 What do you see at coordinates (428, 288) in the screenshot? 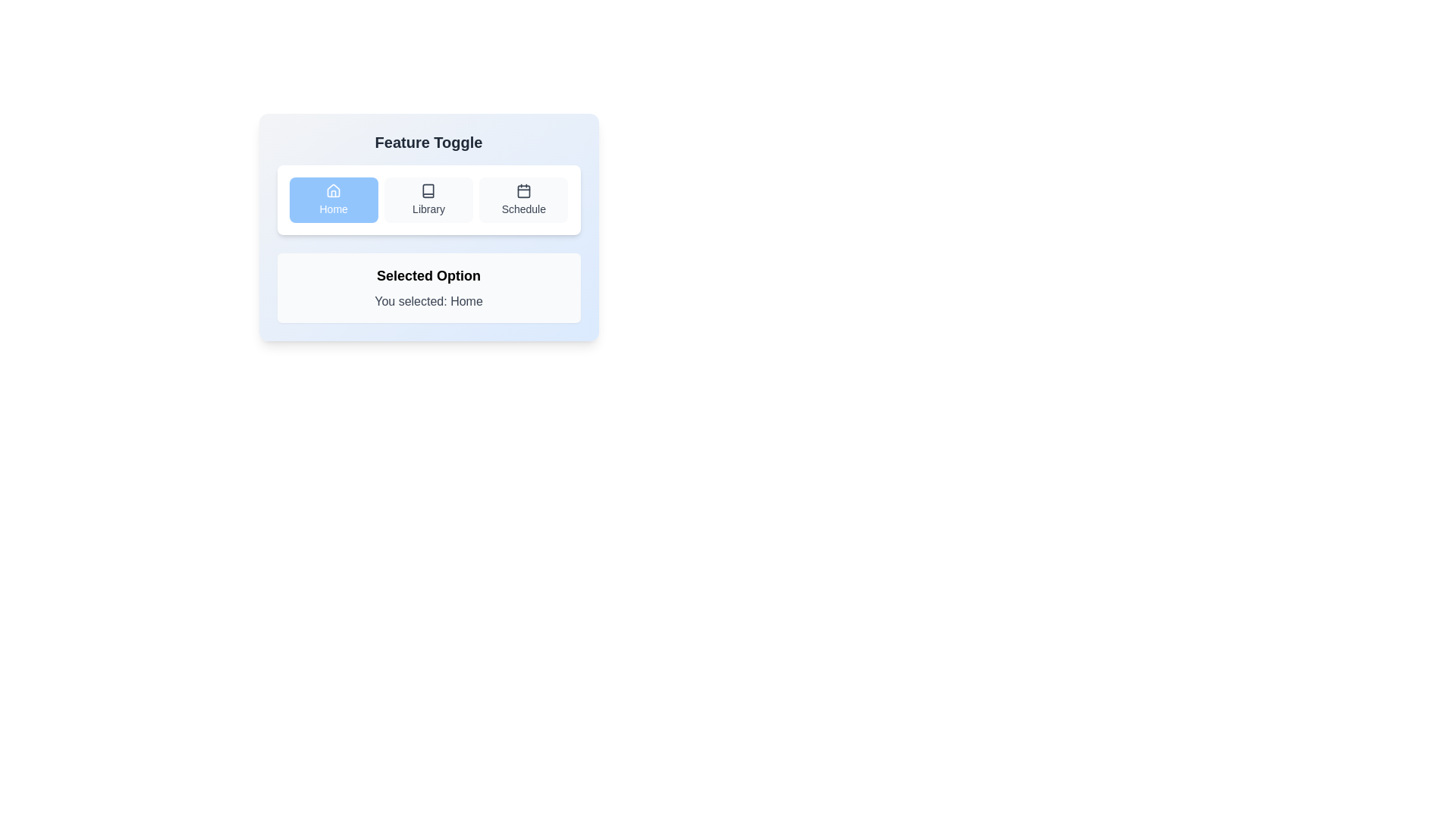
I see `the informational label that shows 'Selected Option' and 'You selected: Home', located in the bottom section of the 'Feature Toggle' card` at bounding box center [428, 288].